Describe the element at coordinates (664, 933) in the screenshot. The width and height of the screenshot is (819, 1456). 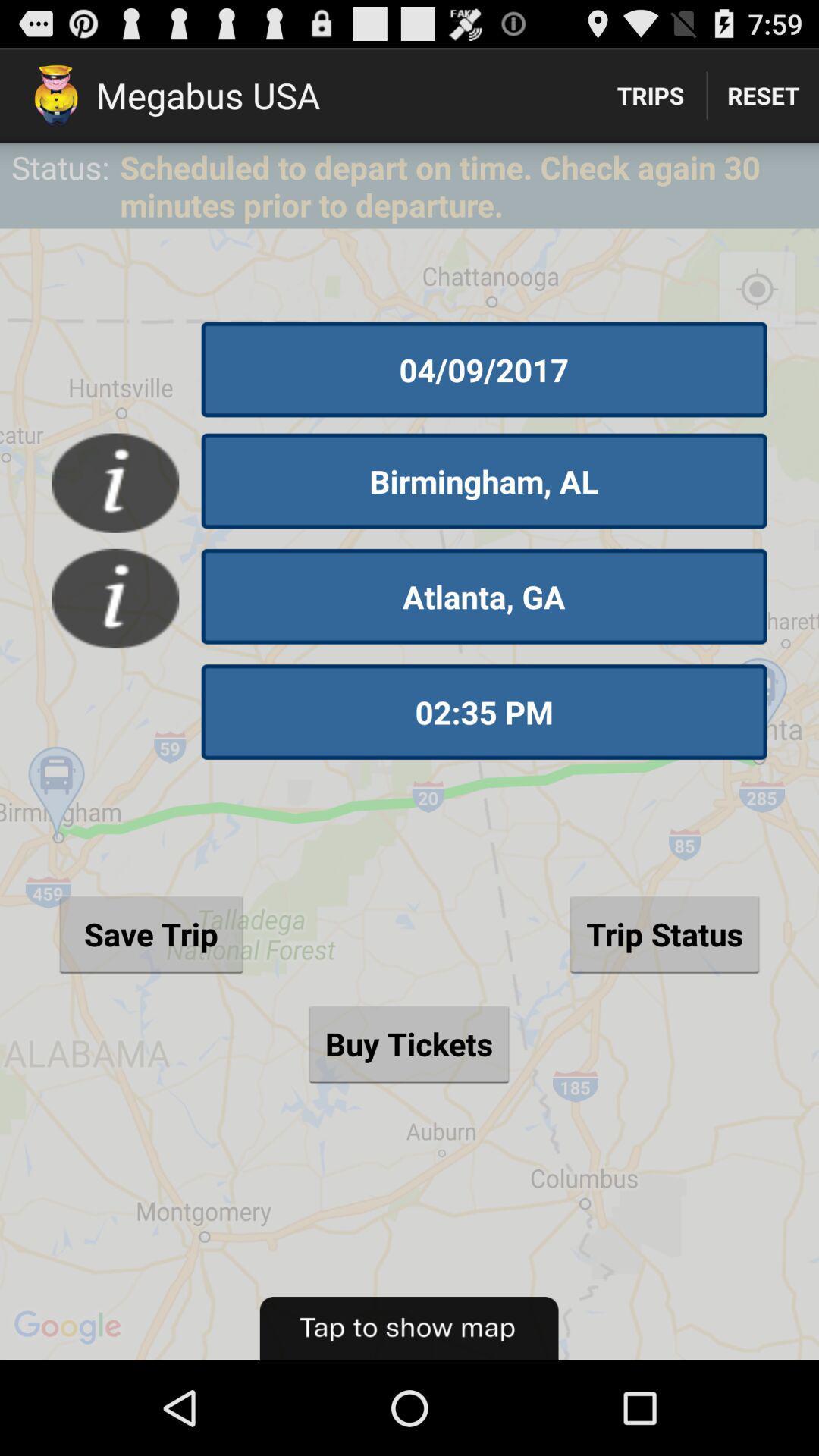
I see `trip status item` at that location.